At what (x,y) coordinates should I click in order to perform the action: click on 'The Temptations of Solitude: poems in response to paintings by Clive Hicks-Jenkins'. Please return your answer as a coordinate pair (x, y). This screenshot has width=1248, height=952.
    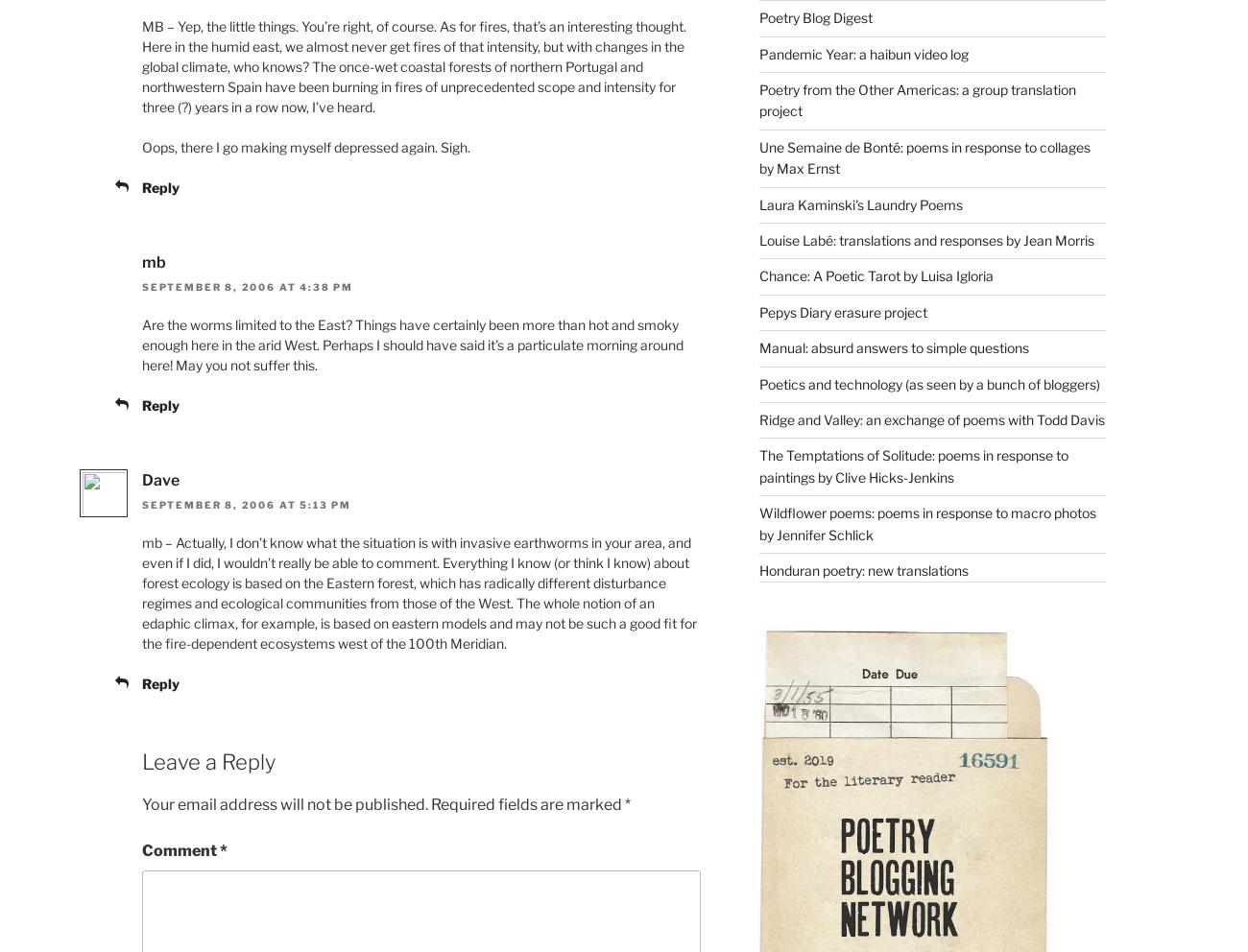
    Looking at the image, I should click on (912, 465).